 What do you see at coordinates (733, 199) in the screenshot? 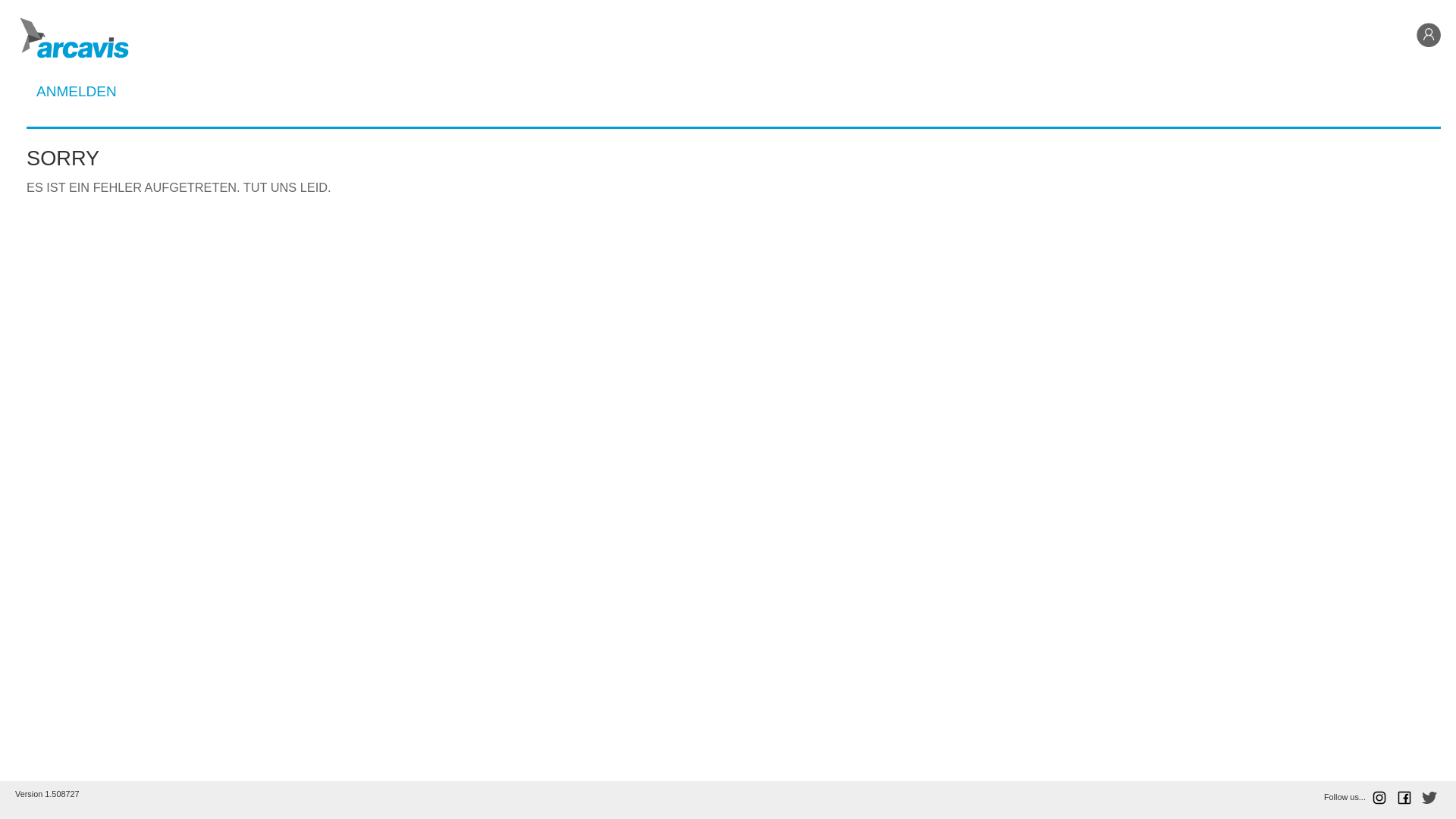
I see `'Details...'` at bounding box center [733, 199].